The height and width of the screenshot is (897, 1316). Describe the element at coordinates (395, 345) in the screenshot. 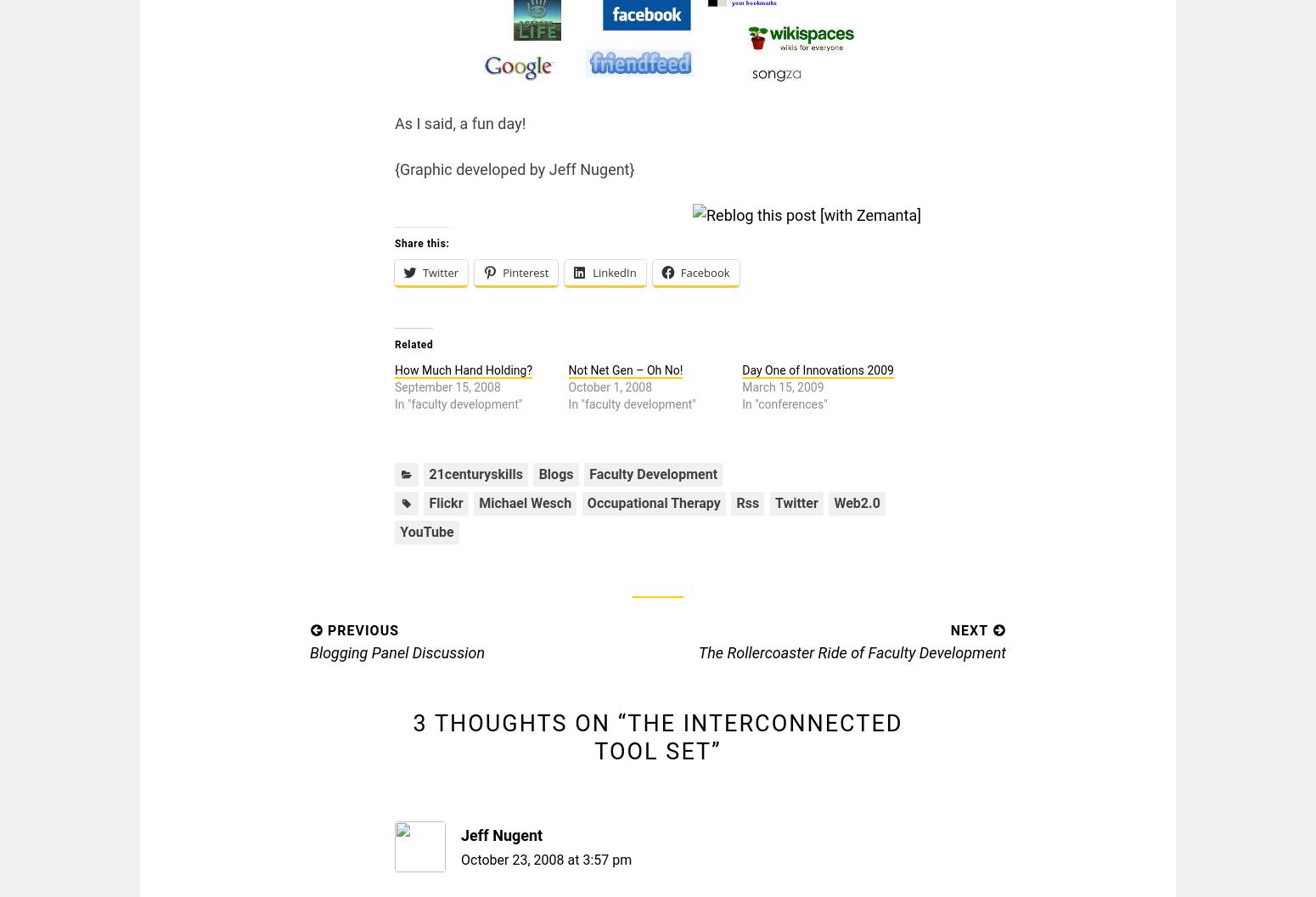

I see `'Related'` at that location.